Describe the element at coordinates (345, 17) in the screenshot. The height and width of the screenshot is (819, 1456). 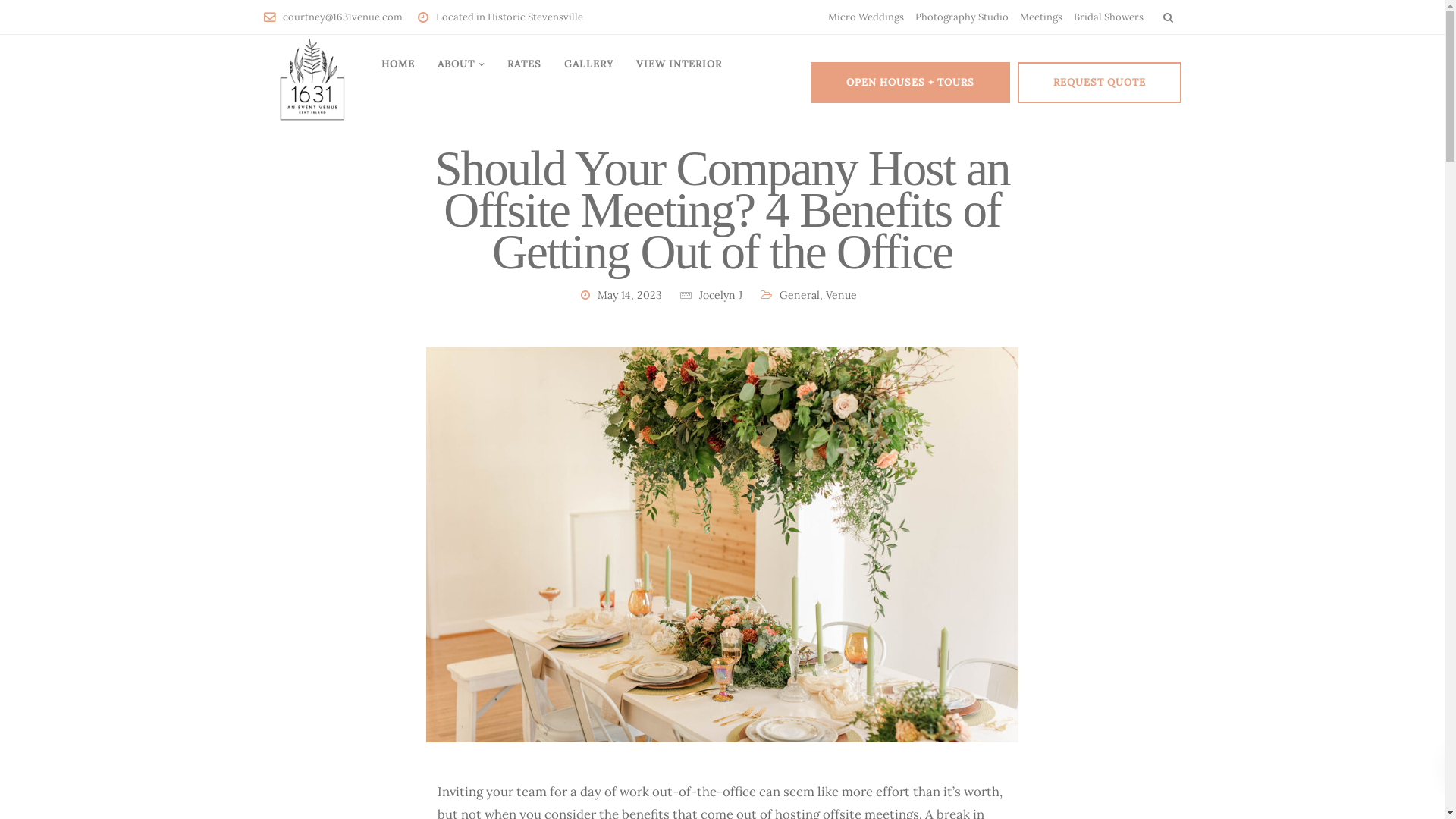
I see `'courtney@1631venue.com'` at that location.